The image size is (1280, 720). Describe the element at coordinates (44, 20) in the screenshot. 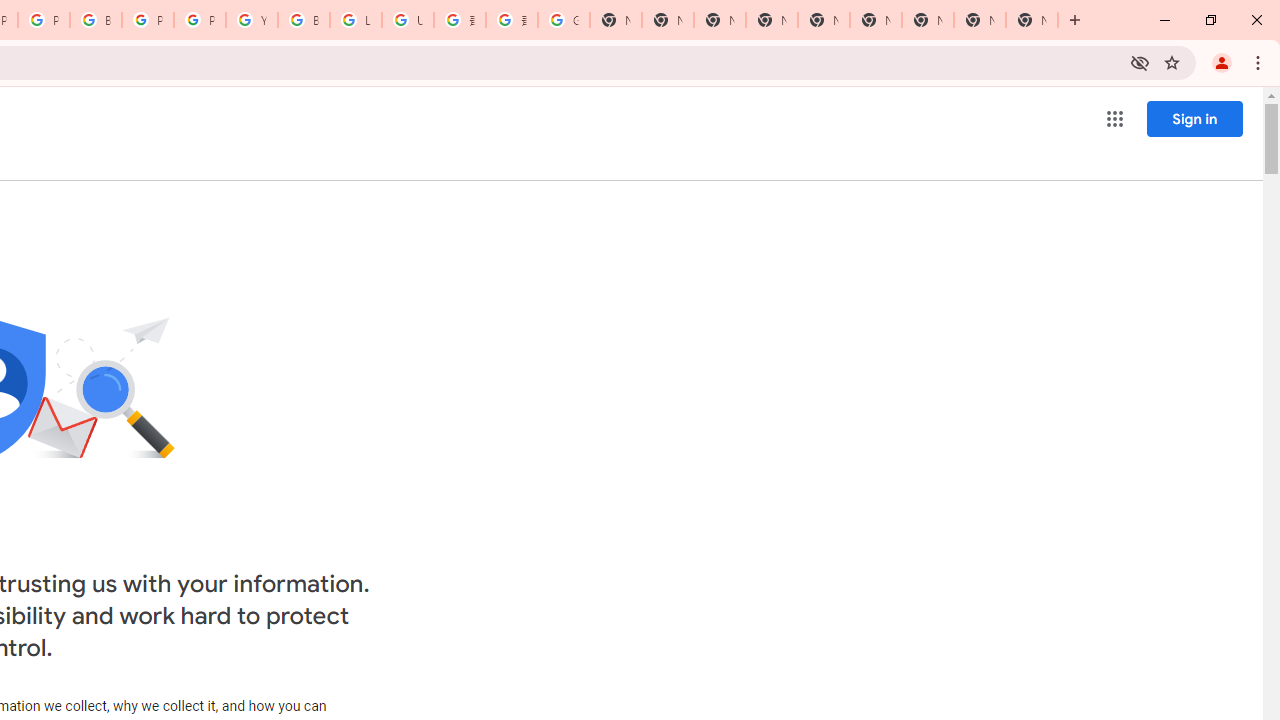

I see `'Privacy Help Center - Policies Help'` at that location.